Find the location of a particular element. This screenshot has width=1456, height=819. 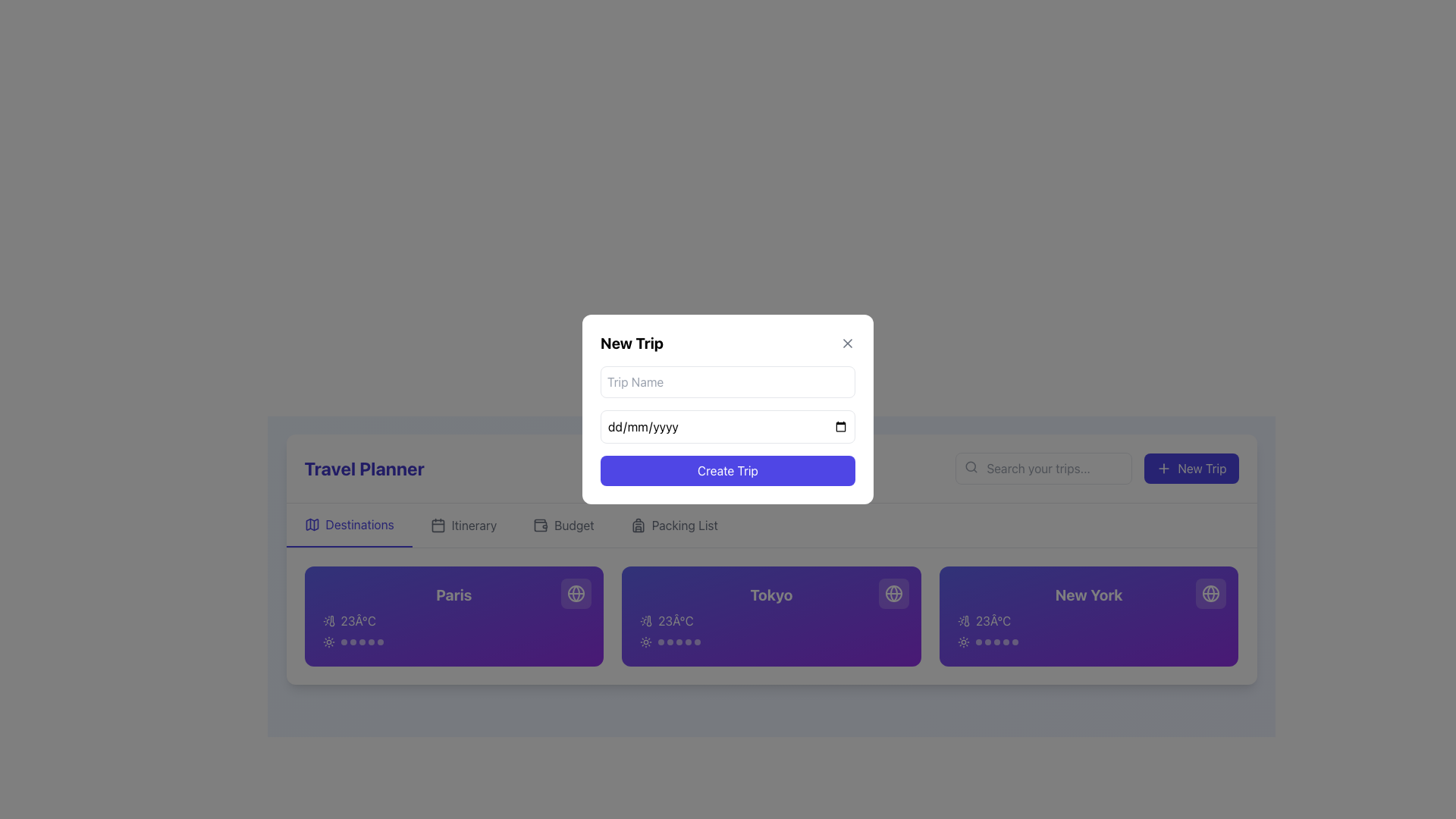

the SVG circle element that is part of the globe icon located in the top-right corner of the 'Paris' card is located at coordinates (576, 593).